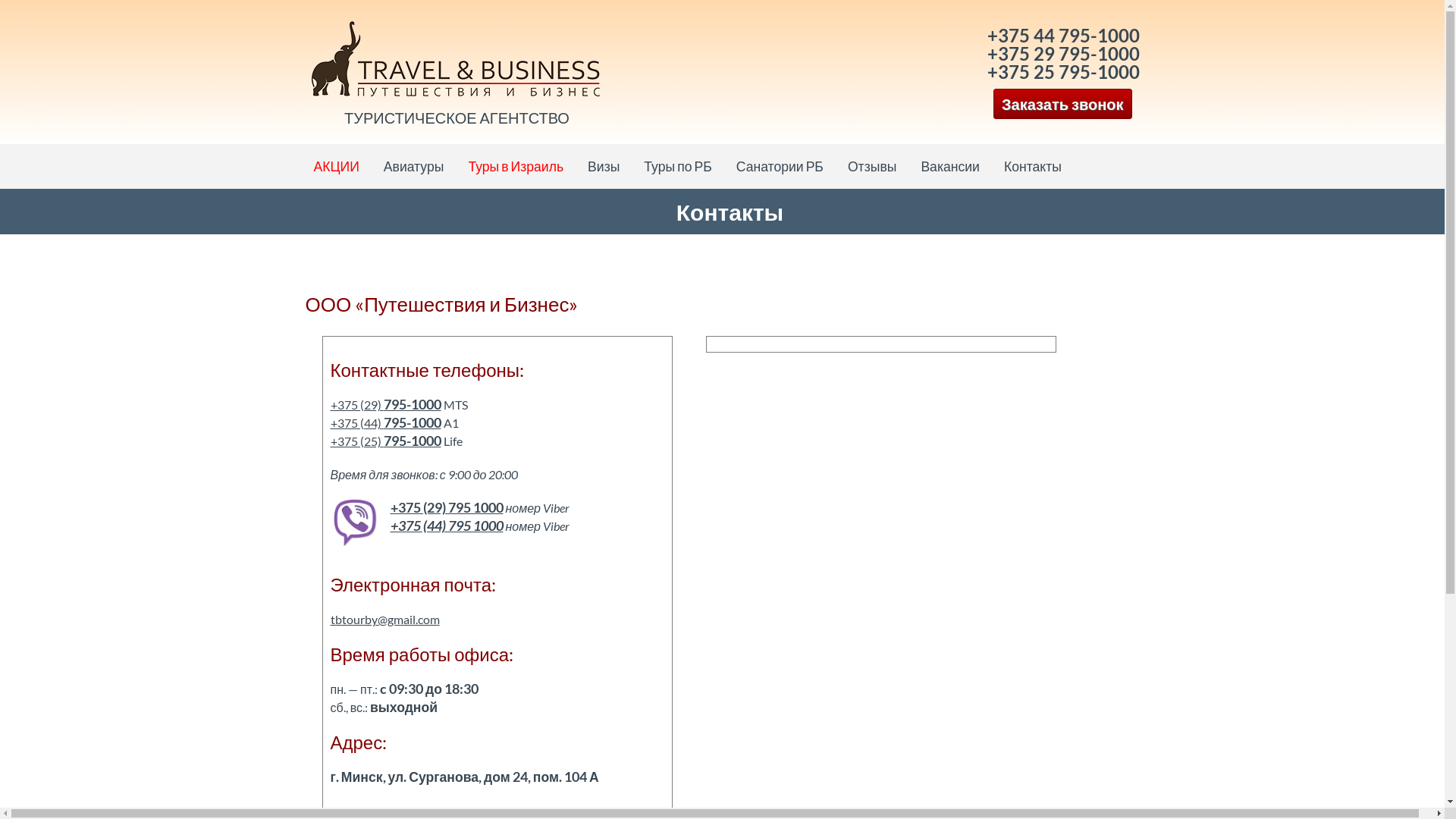 The image size is (1456, 819). Describe the element at coordinates (385, 403) in the screenshot. I see `'+375 (29) 795-1000'` at that location.